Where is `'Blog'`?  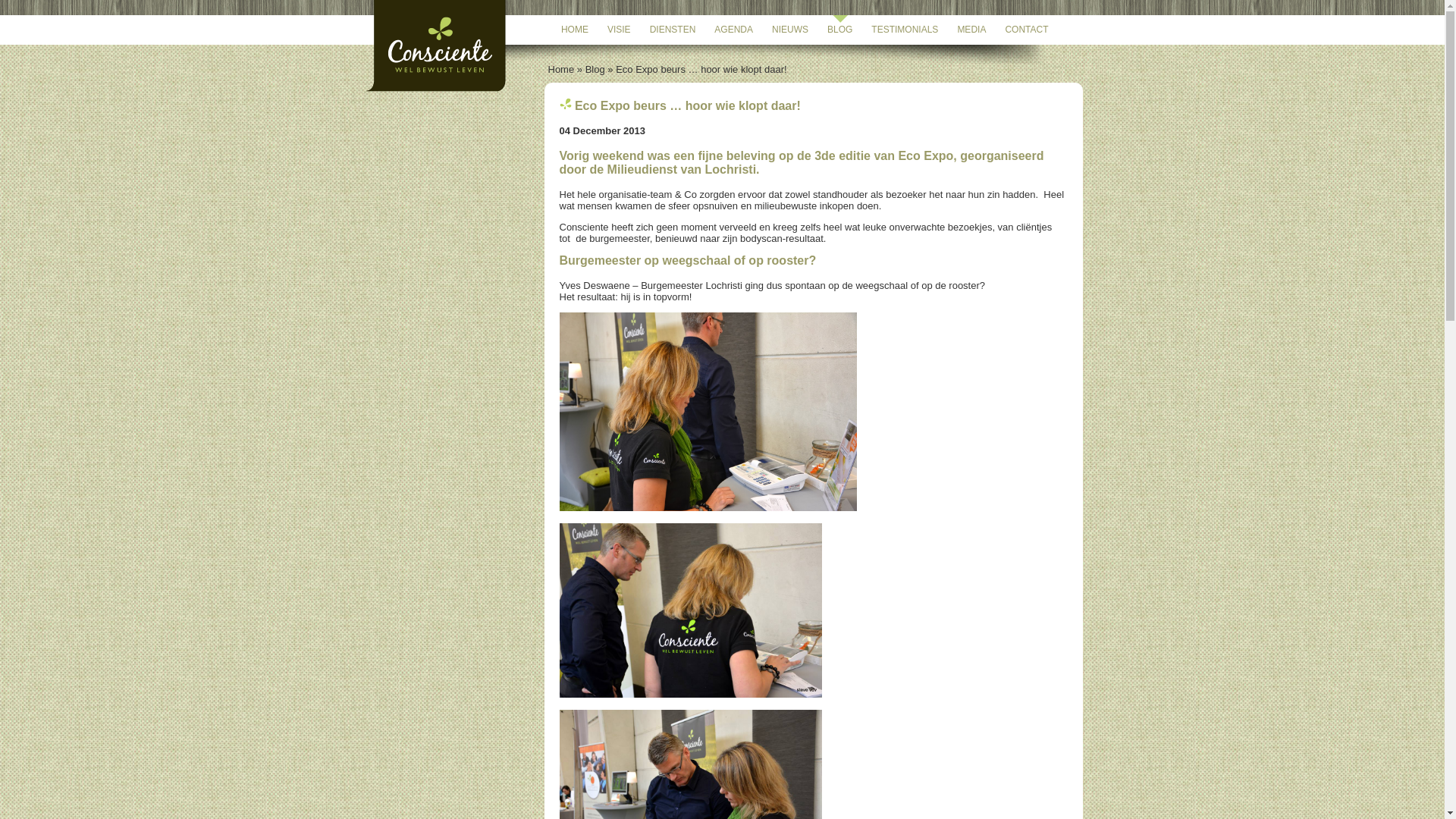 'Blog' is located at coordinates (595, 69).